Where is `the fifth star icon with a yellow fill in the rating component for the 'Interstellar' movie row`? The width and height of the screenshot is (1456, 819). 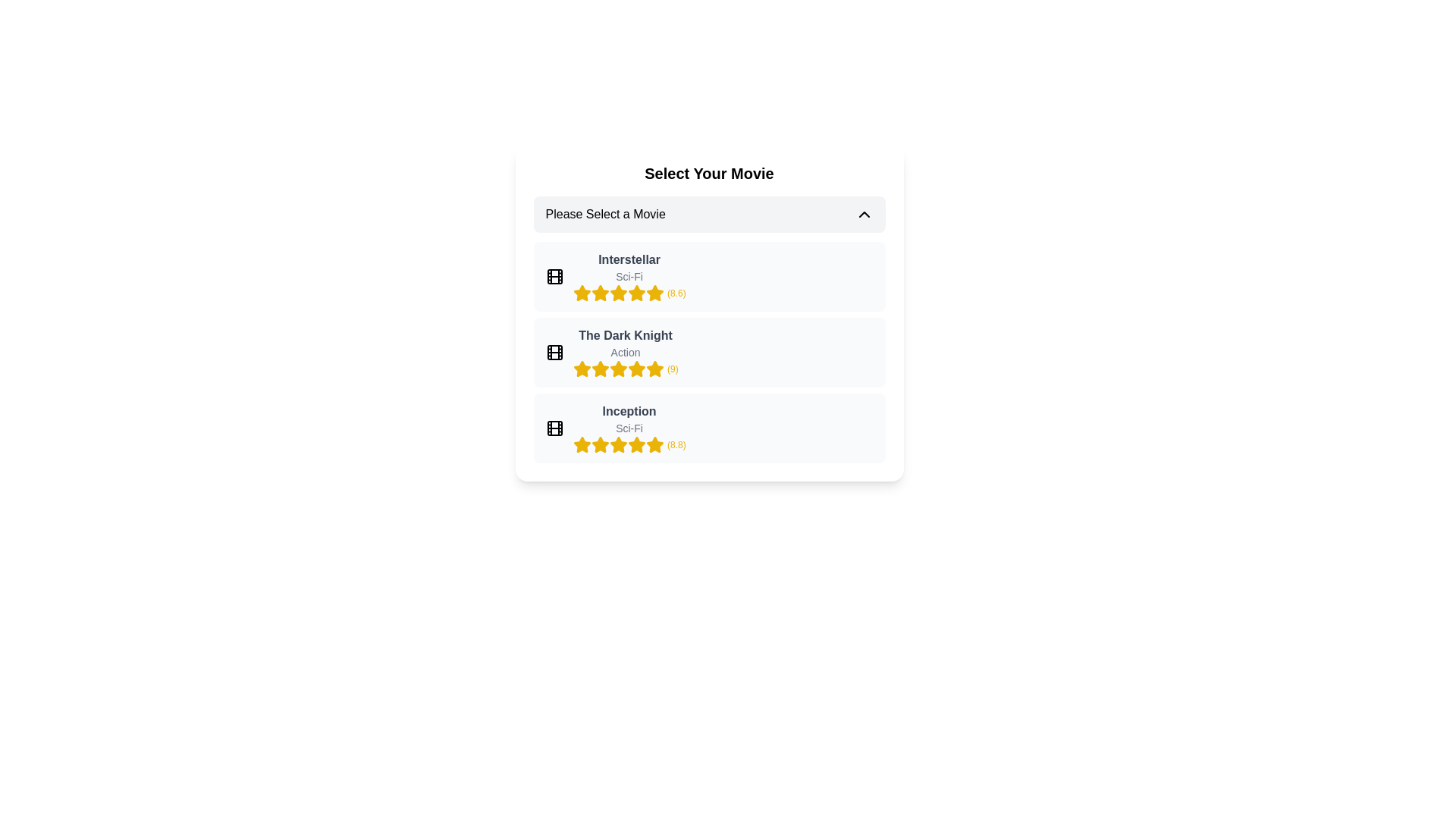
the fifth star icon with a yellow fill in the rating component for the 'Interstellar' movie row is located at coordinates (654, 293).